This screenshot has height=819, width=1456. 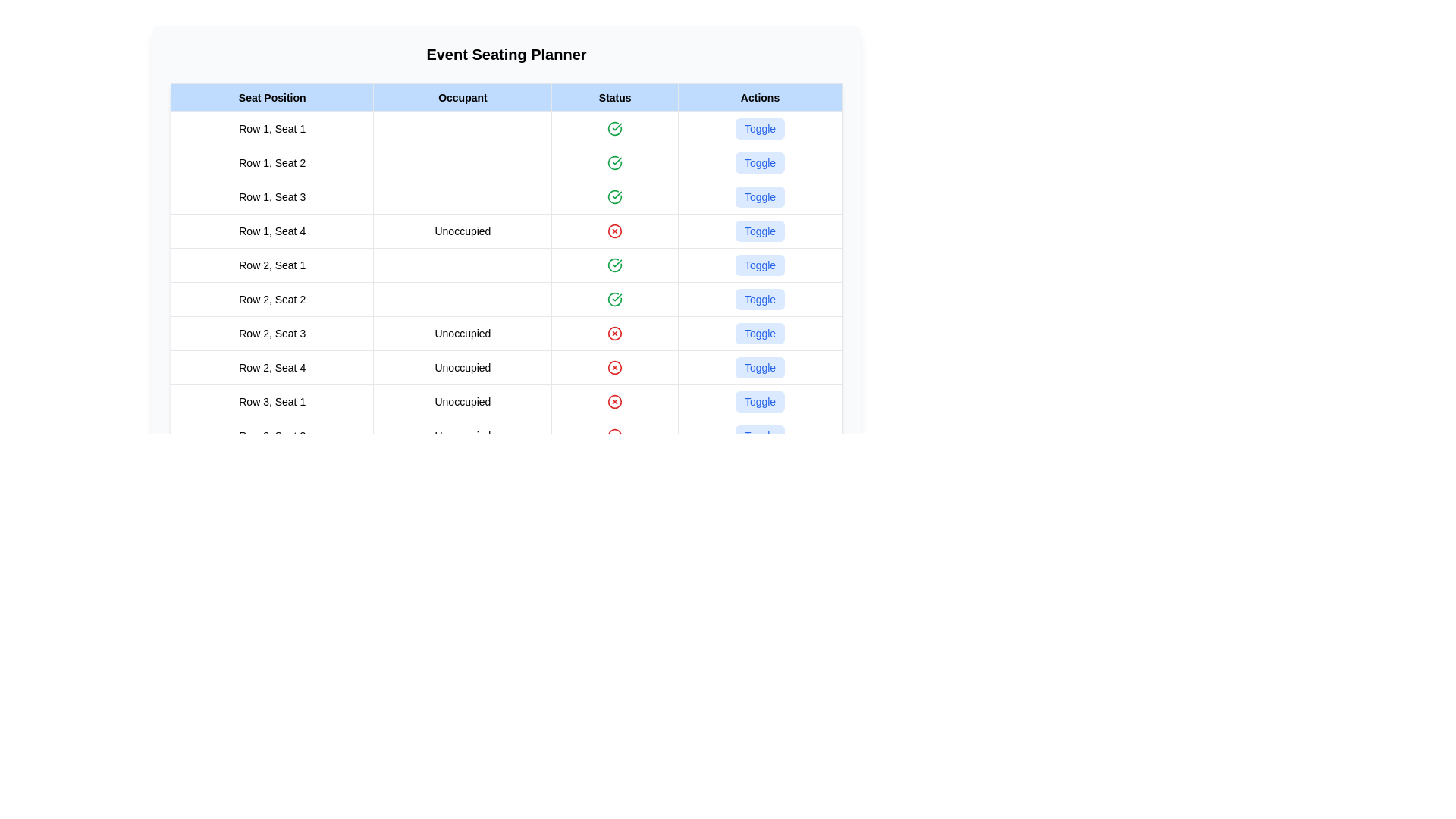 I want to click on the 'Toggle' button with rounded edges in blue text located in the last column under the 'Actions' header for 'Row 2, Seat 4' to change its background color, so click(x=760, y=368).